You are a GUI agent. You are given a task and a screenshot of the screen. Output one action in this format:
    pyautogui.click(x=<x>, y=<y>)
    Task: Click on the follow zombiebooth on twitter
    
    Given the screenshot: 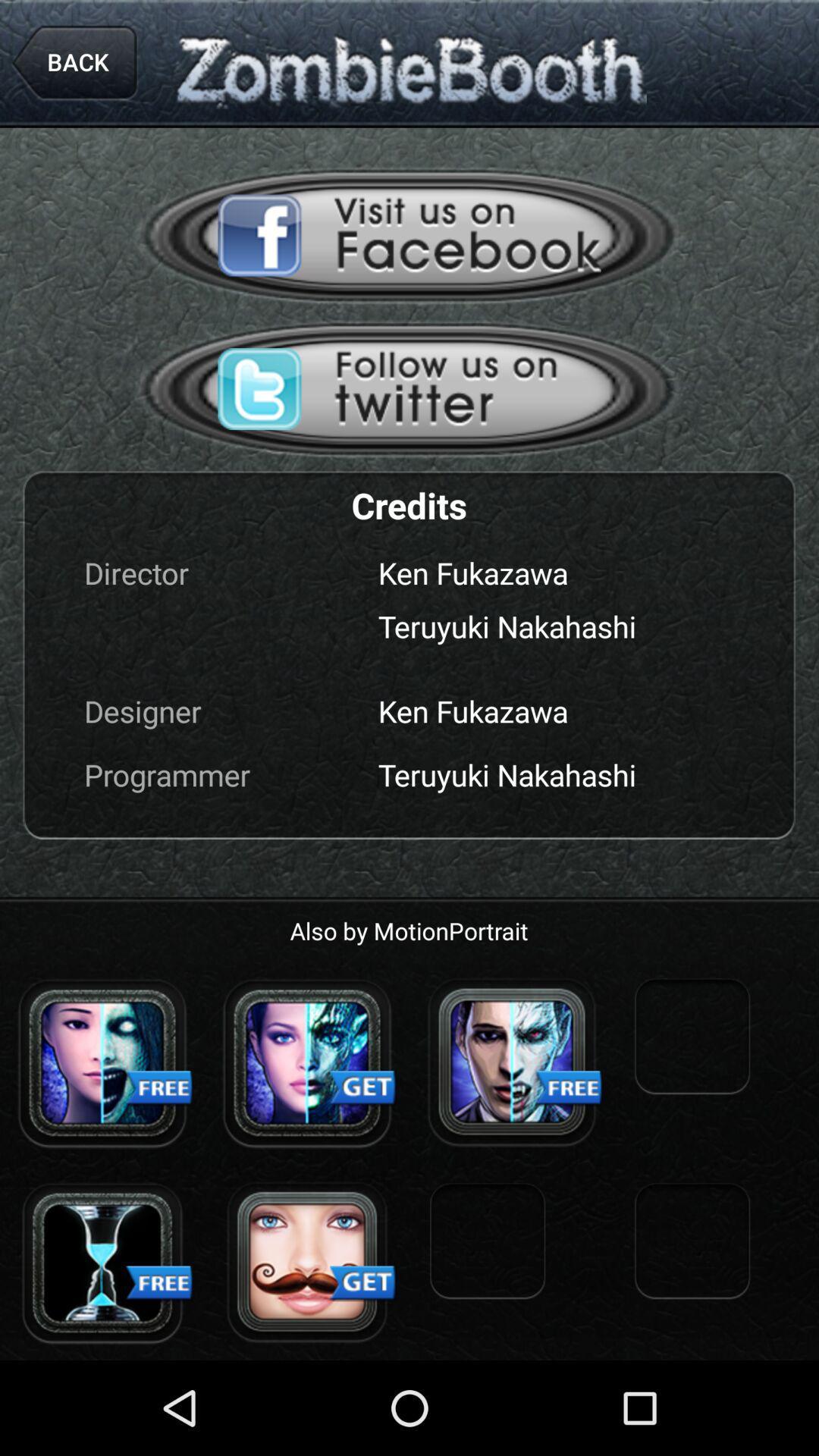 What is the action you would take?
    pyautogui.click(x=409, y=389)
    